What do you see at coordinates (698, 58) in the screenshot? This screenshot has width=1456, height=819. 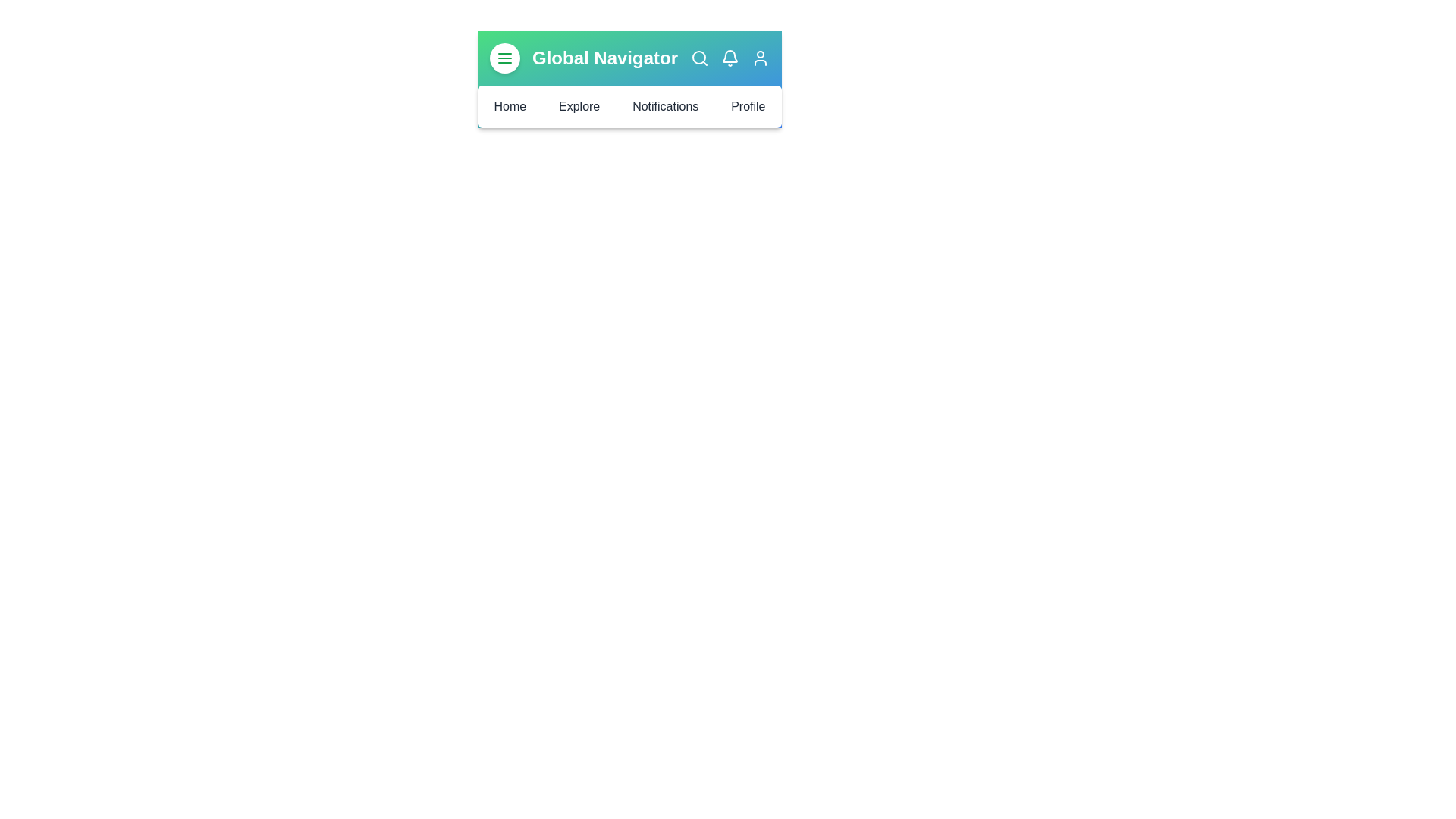 I see `the search icon to initiate a search` at bounding box center [698, 58].